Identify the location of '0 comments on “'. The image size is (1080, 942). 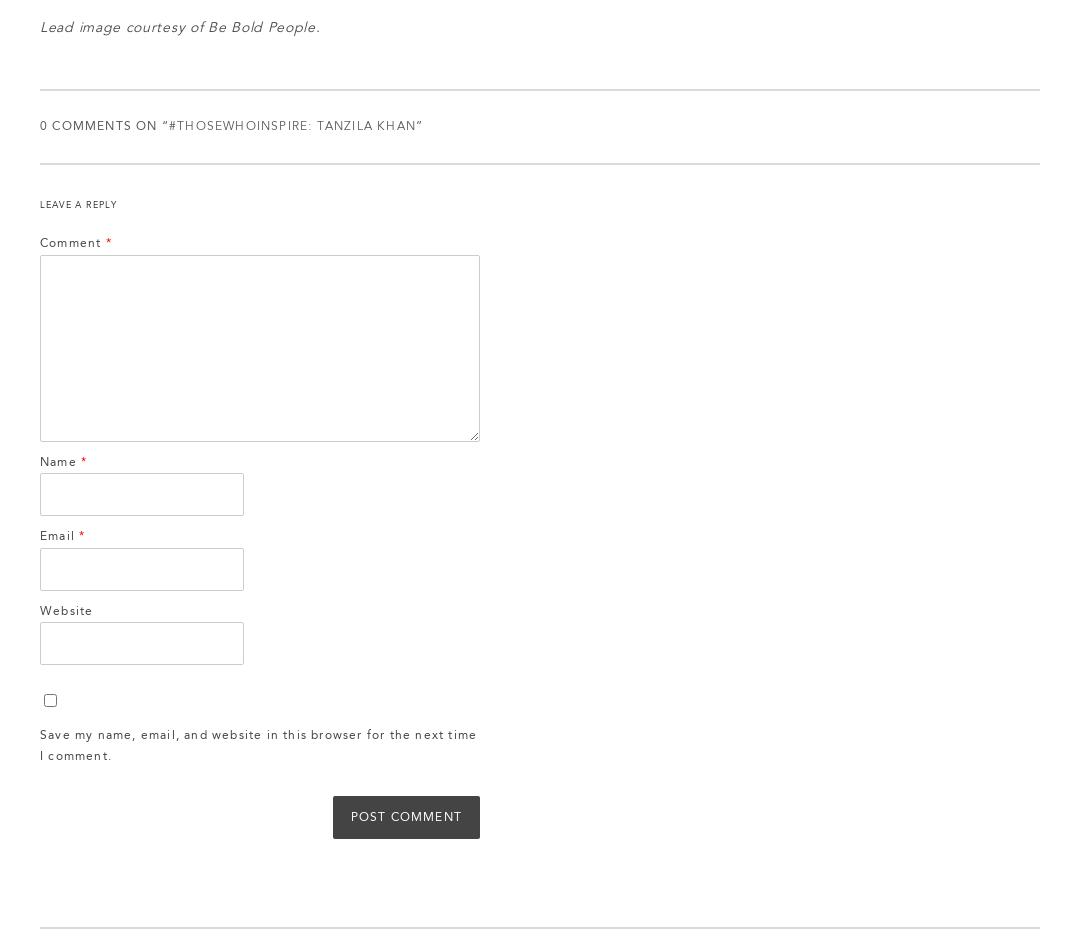
(104, 126).